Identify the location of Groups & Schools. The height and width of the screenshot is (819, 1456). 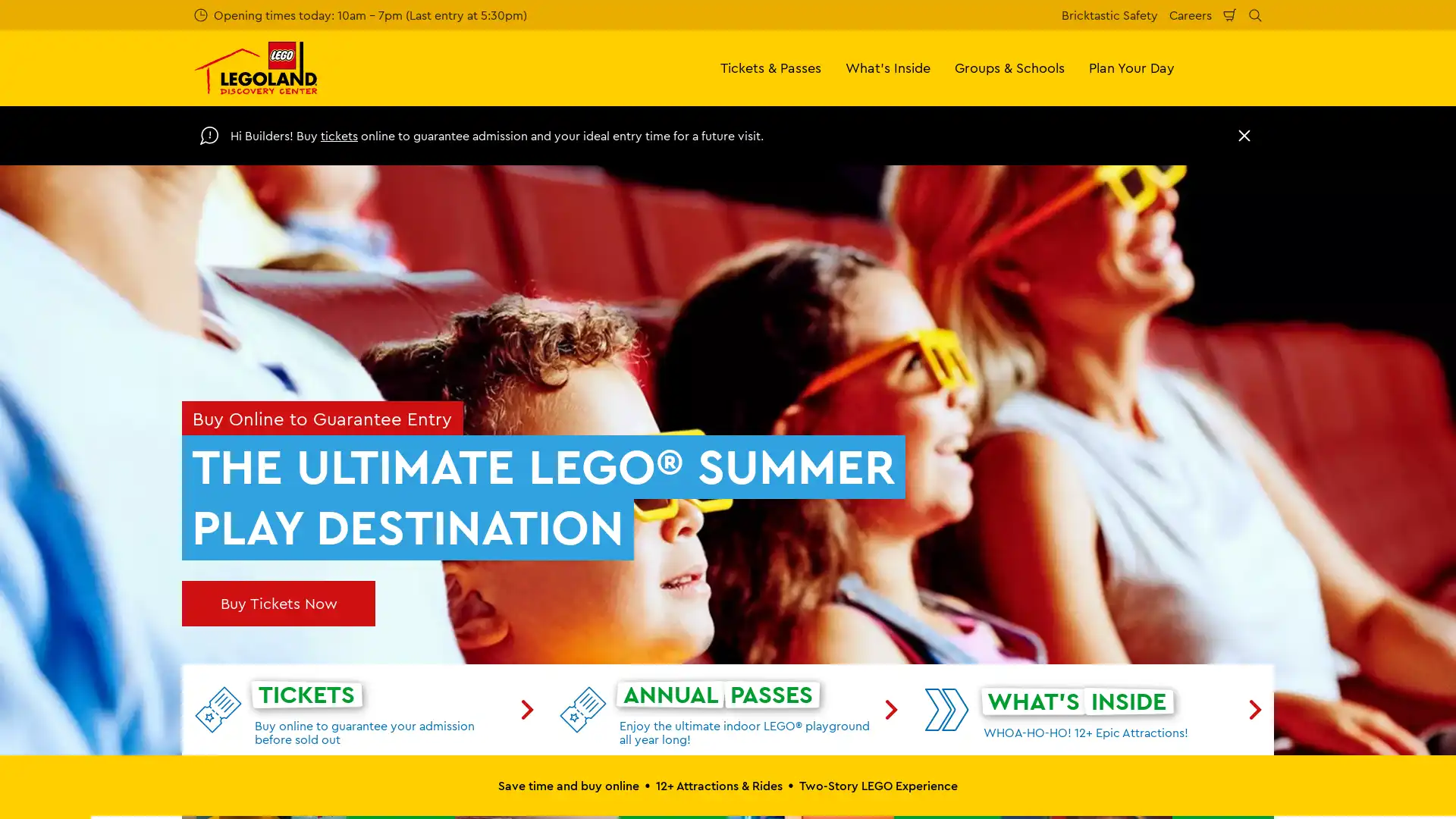
(1009, 67).